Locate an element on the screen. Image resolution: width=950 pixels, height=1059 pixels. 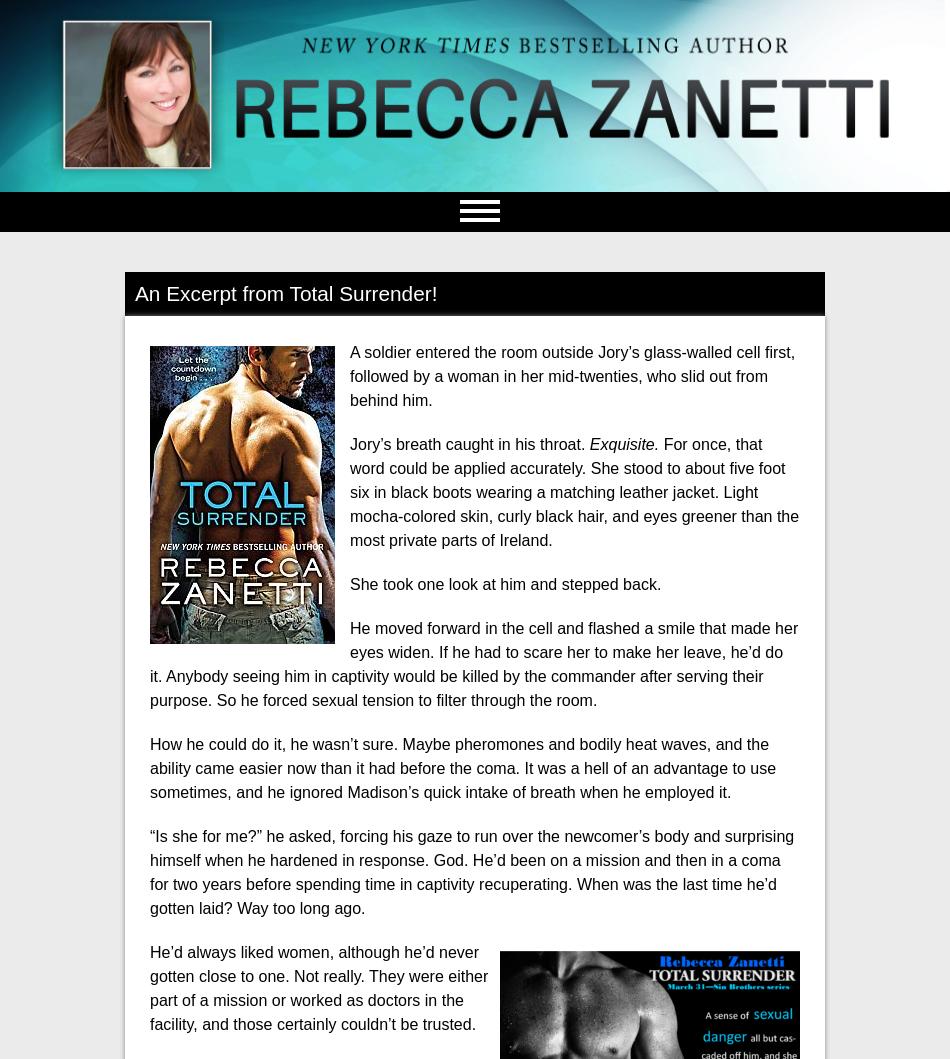
'“Is she for me?” he asked, forcing his gaze to run over the newcomer’s body and surprising himself when he hardened in response. God. He’d been on a mission and then in a coma for two years before spending time in captivity recuperating. When was the last time he’d gotten laid? Way too long ago.' is located at coordinates (470, 871).